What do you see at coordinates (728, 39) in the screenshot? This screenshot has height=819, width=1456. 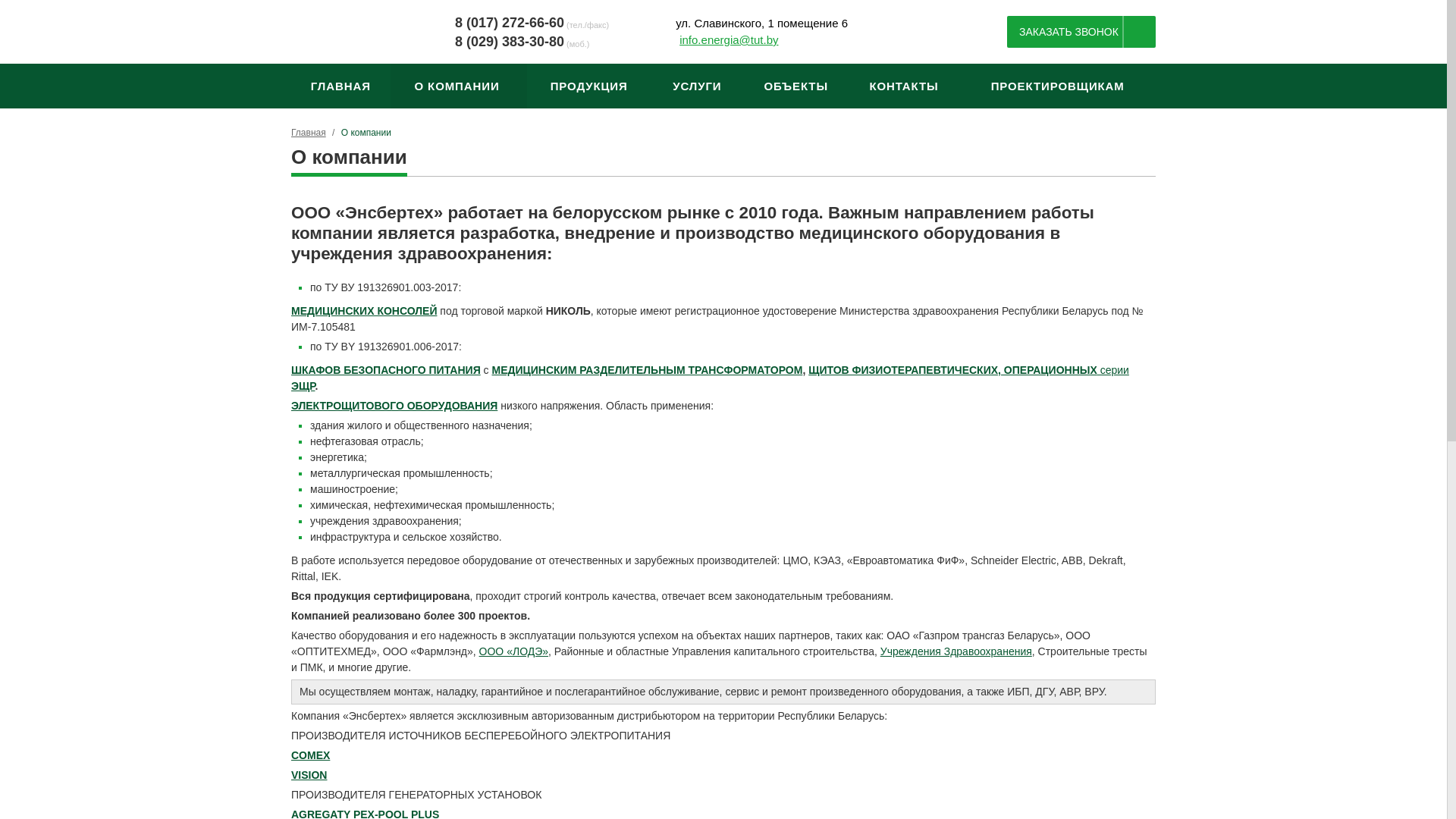 I see `'info.energia@tut.by'` at bounding box center [728, 39].